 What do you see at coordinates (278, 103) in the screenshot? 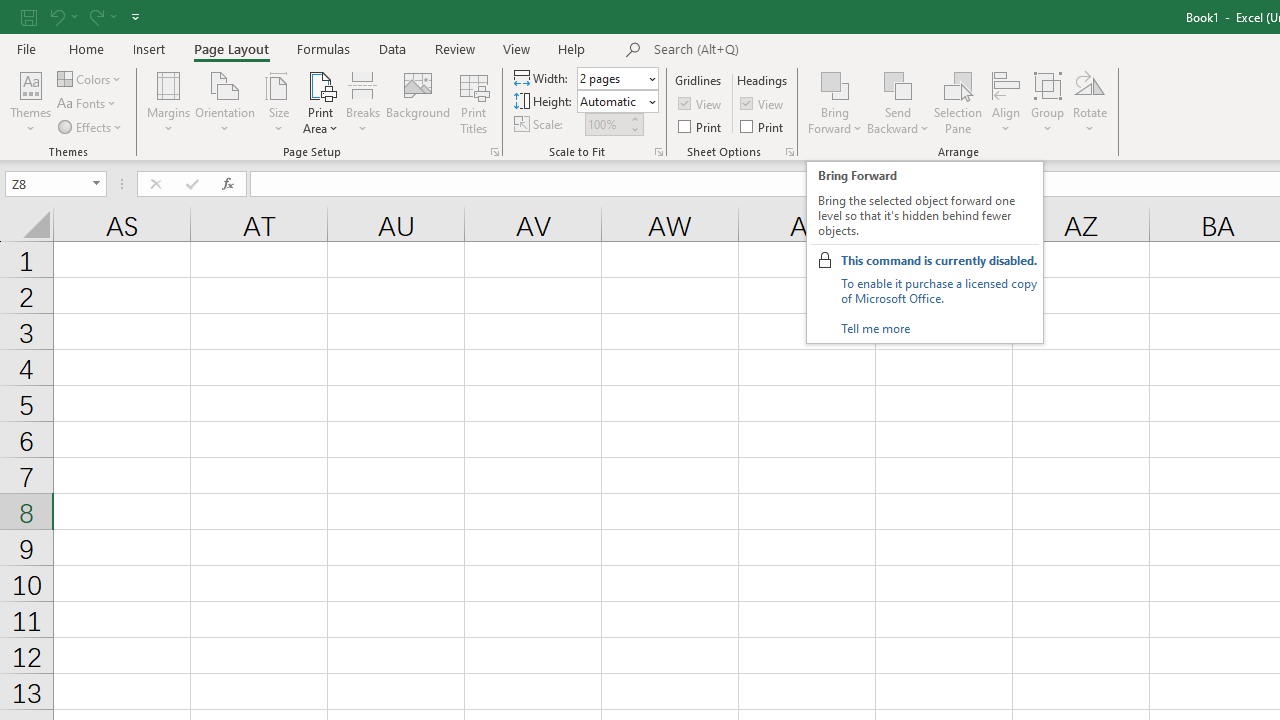
I see `'Size'` at bounding box center [278, 103].